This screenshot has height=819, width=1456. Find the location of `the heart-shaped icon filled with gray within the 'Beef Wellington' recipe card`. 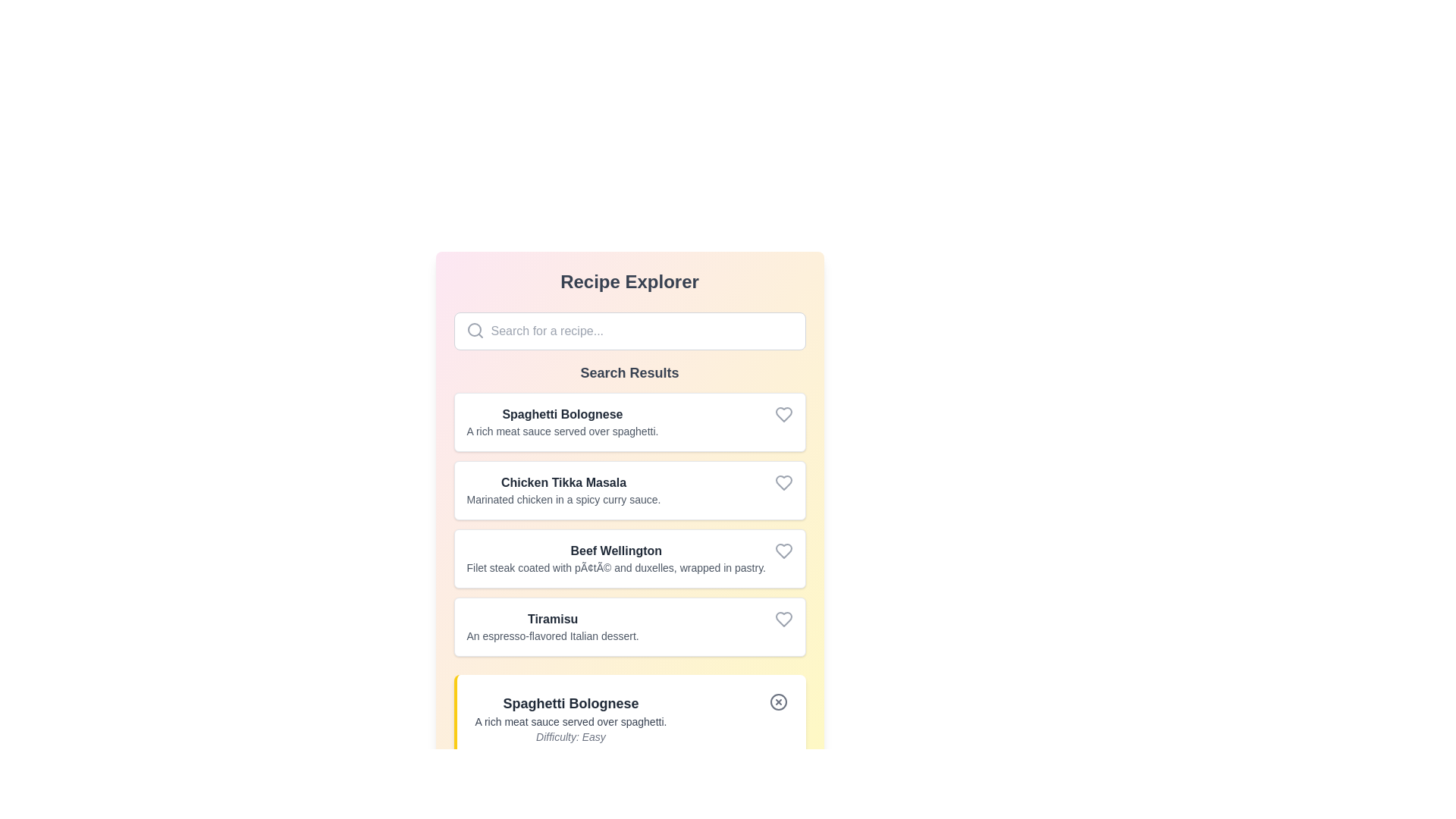

the heart-shaped icon filled with gray within the 'Beef Wellington' recipe card is located at coordinates (783, 551).